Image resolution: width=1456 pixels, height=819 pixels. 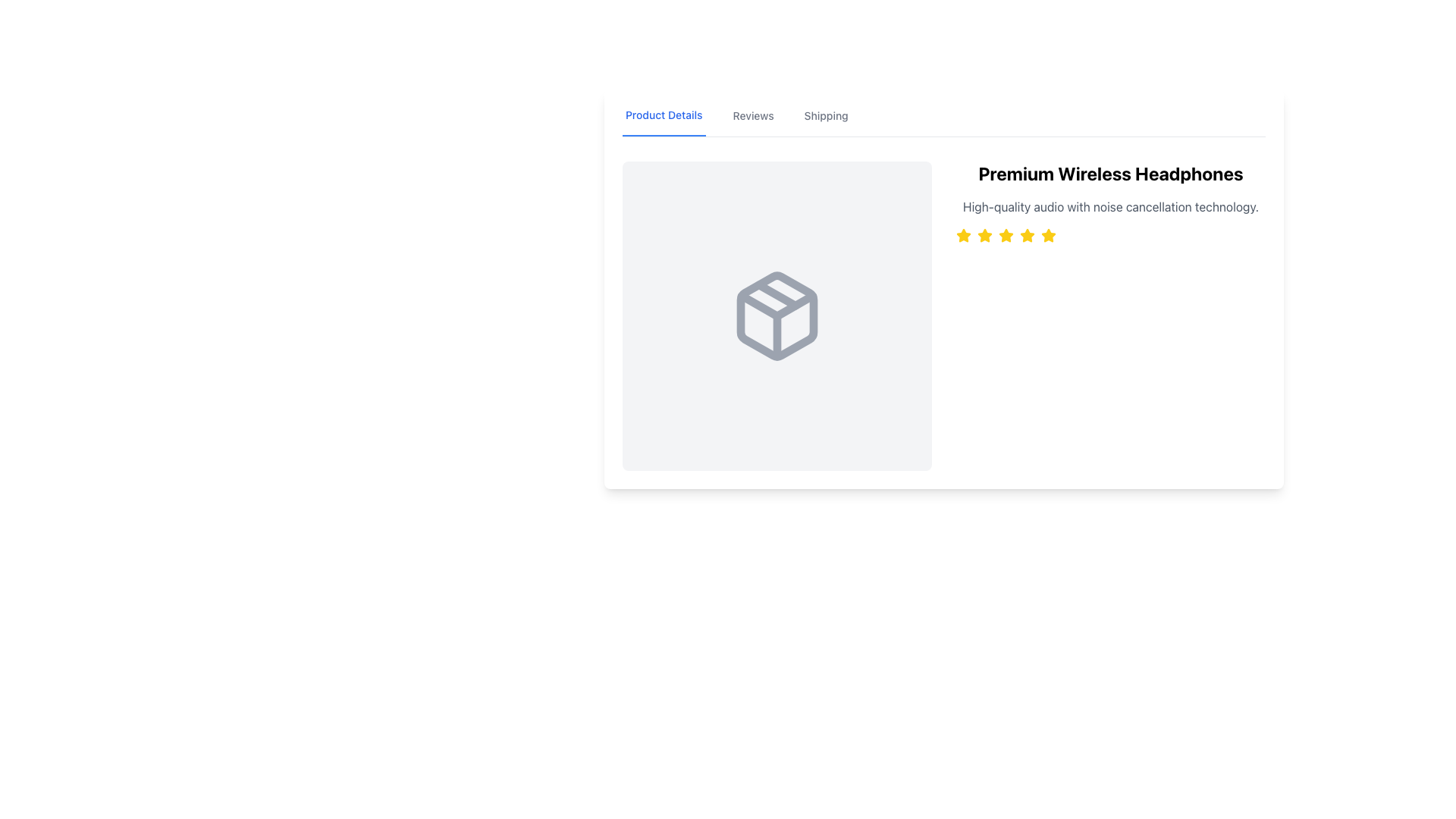 I want to click on the 'Shipping' tab in the navigation bar located at the top of the product details section to check shipping information, so click(x=943, y=121).